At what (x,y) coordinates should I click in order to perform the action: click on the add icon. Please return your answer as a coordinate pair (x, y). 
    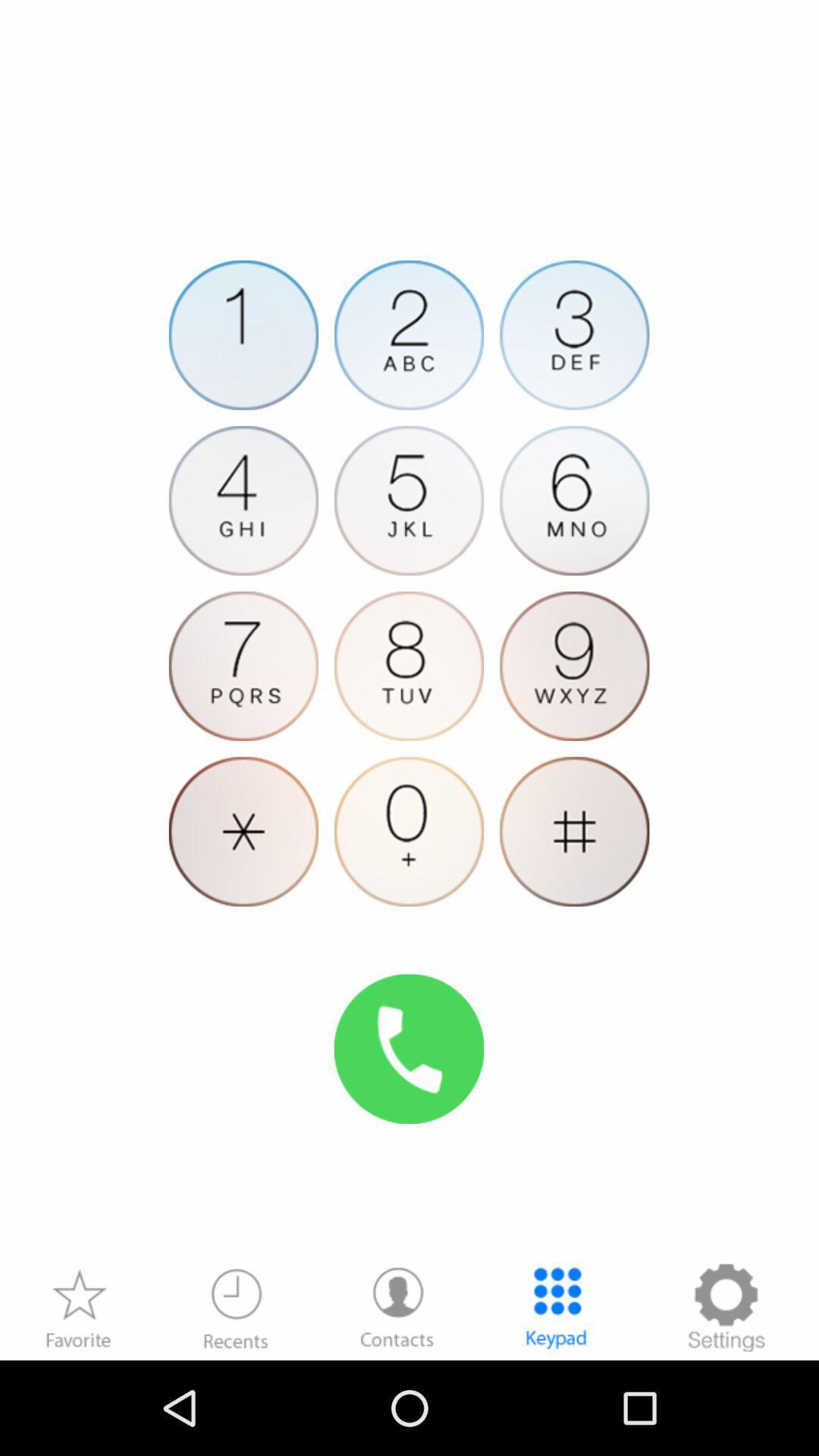
    Looking at the image, I should click on (574, 890).